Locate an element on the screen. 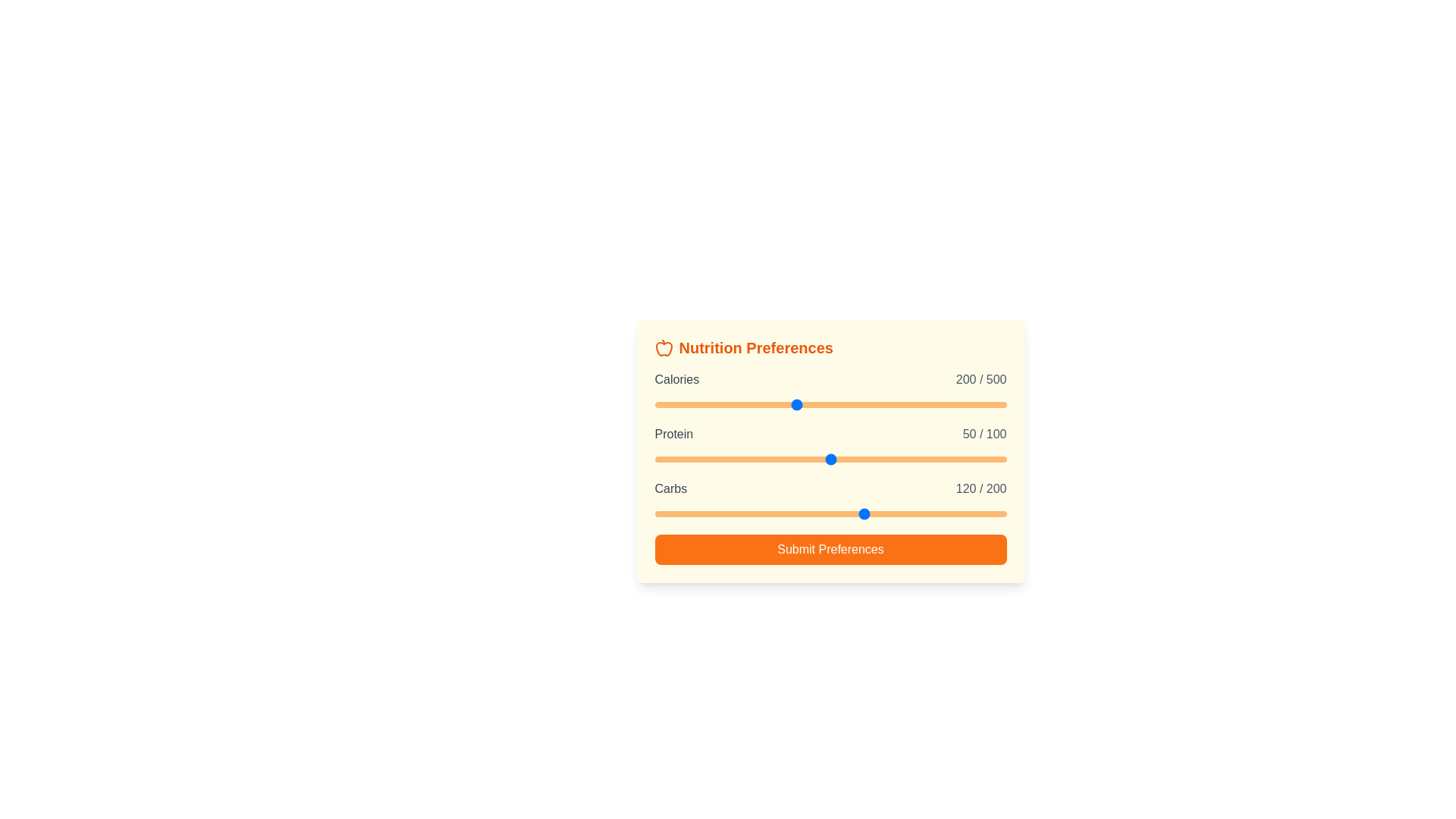 Image resolution: width=1456 pixels, height=819 pixels. the 'Carbs' text label in the 'Nutrition Preferences' section, which is styled in medium font weight and gray color, located beside the number display '120 / 200' is located at coordinates (670, 488).